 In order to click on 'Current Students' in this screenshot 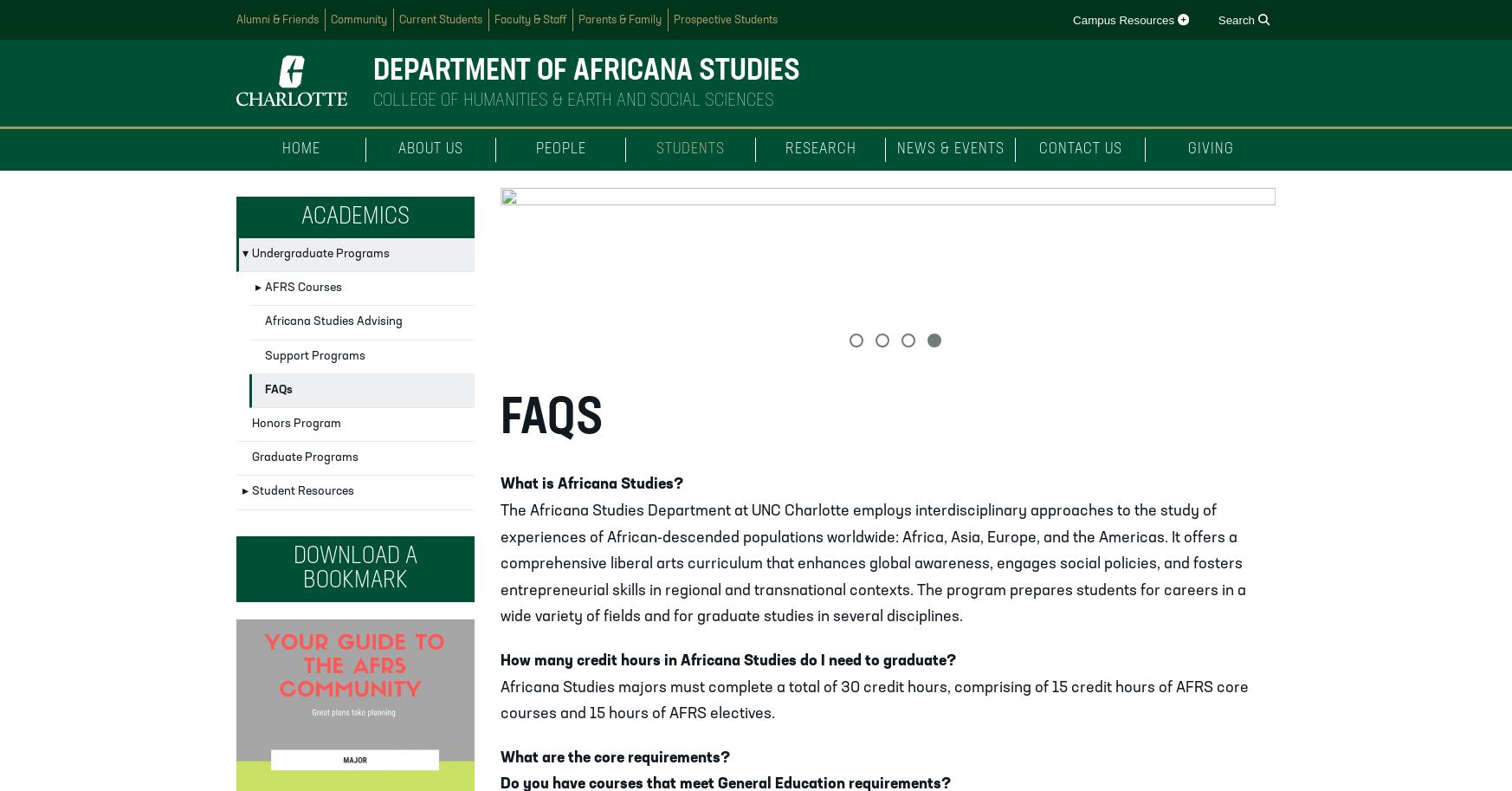, I will do `click(440, 19)`.